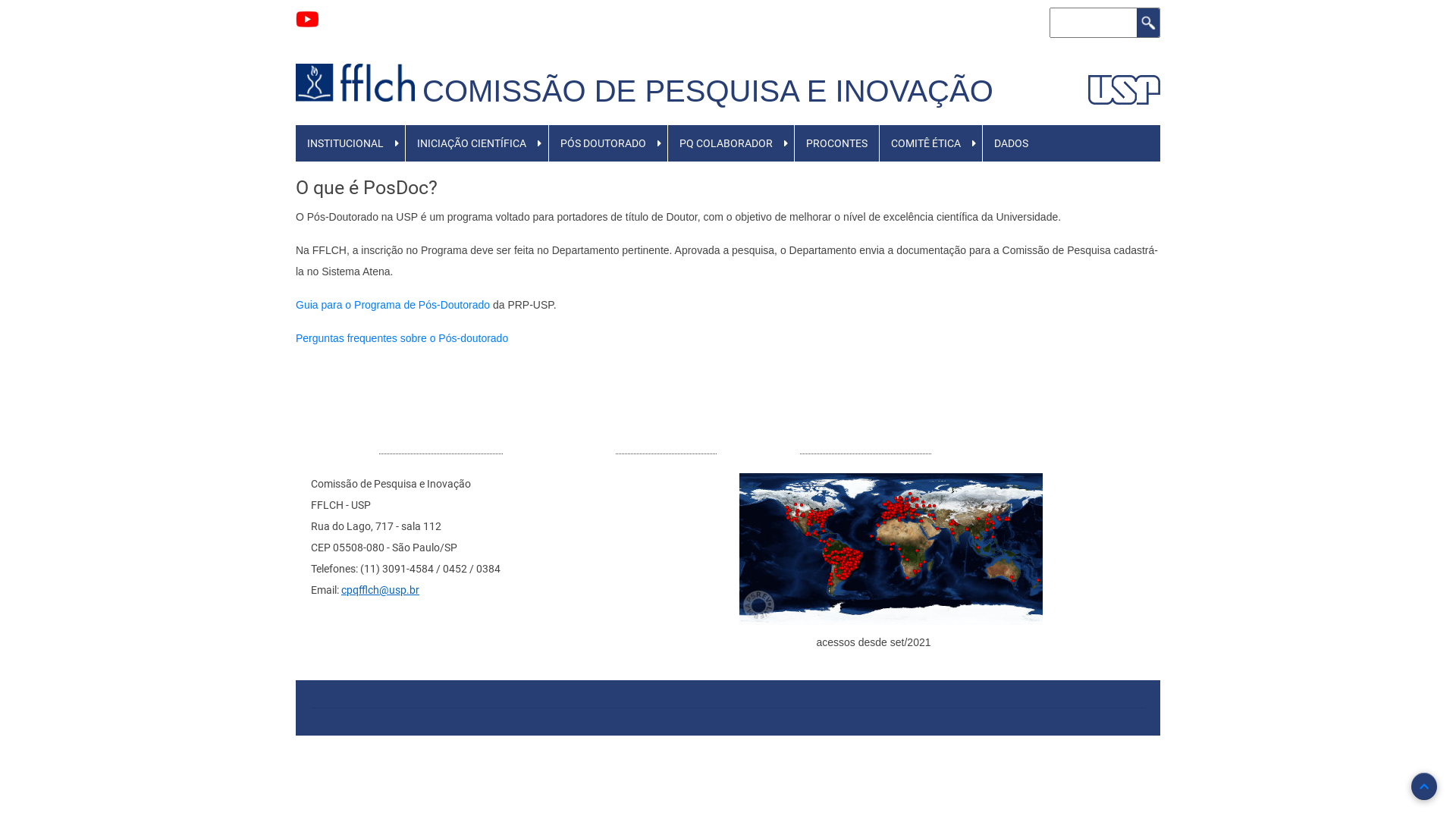  What do you see at coordinates (1423, 786) in the screenshot?
I see `'Back to Top'` at bounding box center [1423, 786].